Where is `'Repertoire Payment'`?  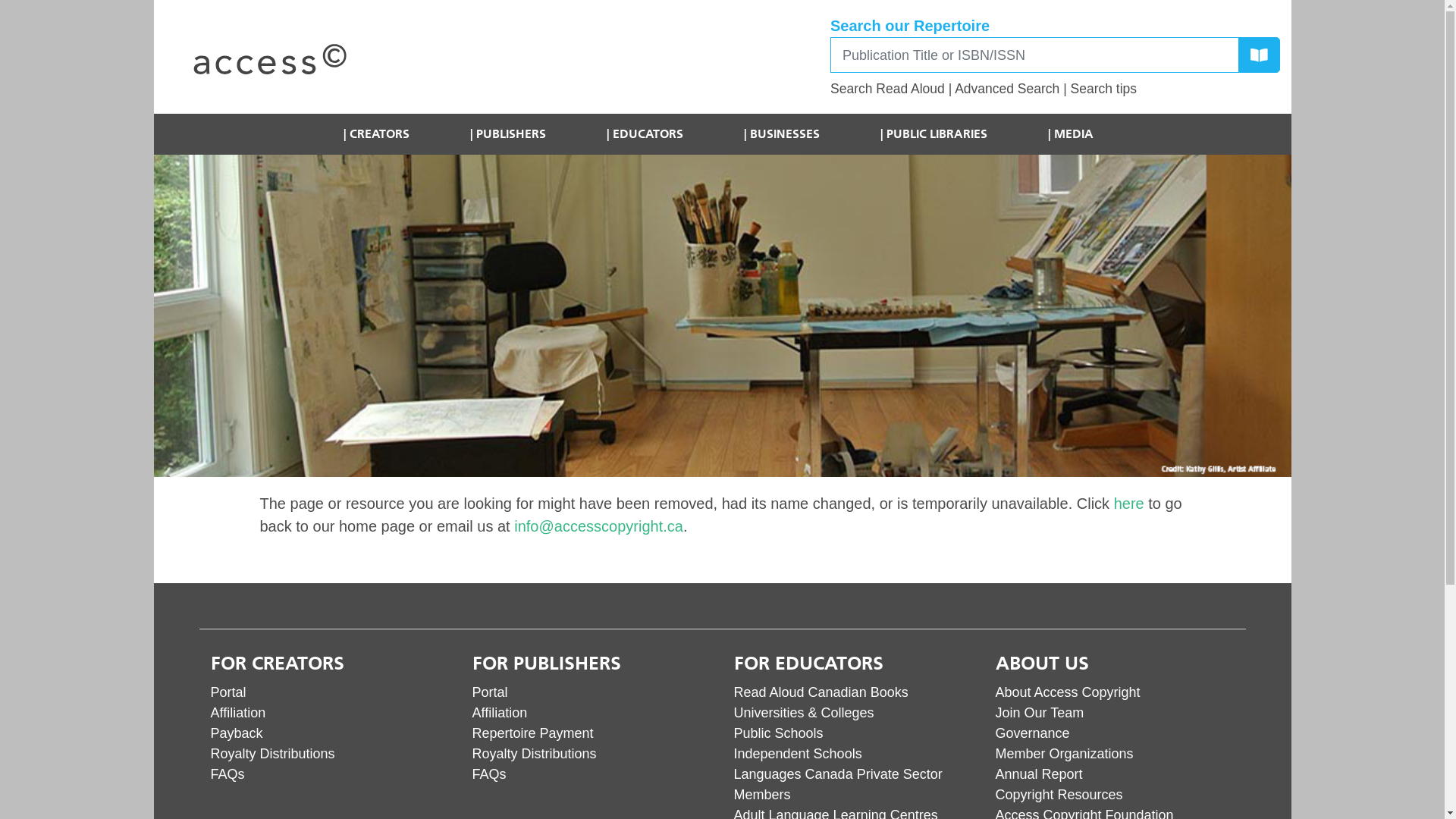
'Repertoire Payment' is located at coordinates (471, 733).